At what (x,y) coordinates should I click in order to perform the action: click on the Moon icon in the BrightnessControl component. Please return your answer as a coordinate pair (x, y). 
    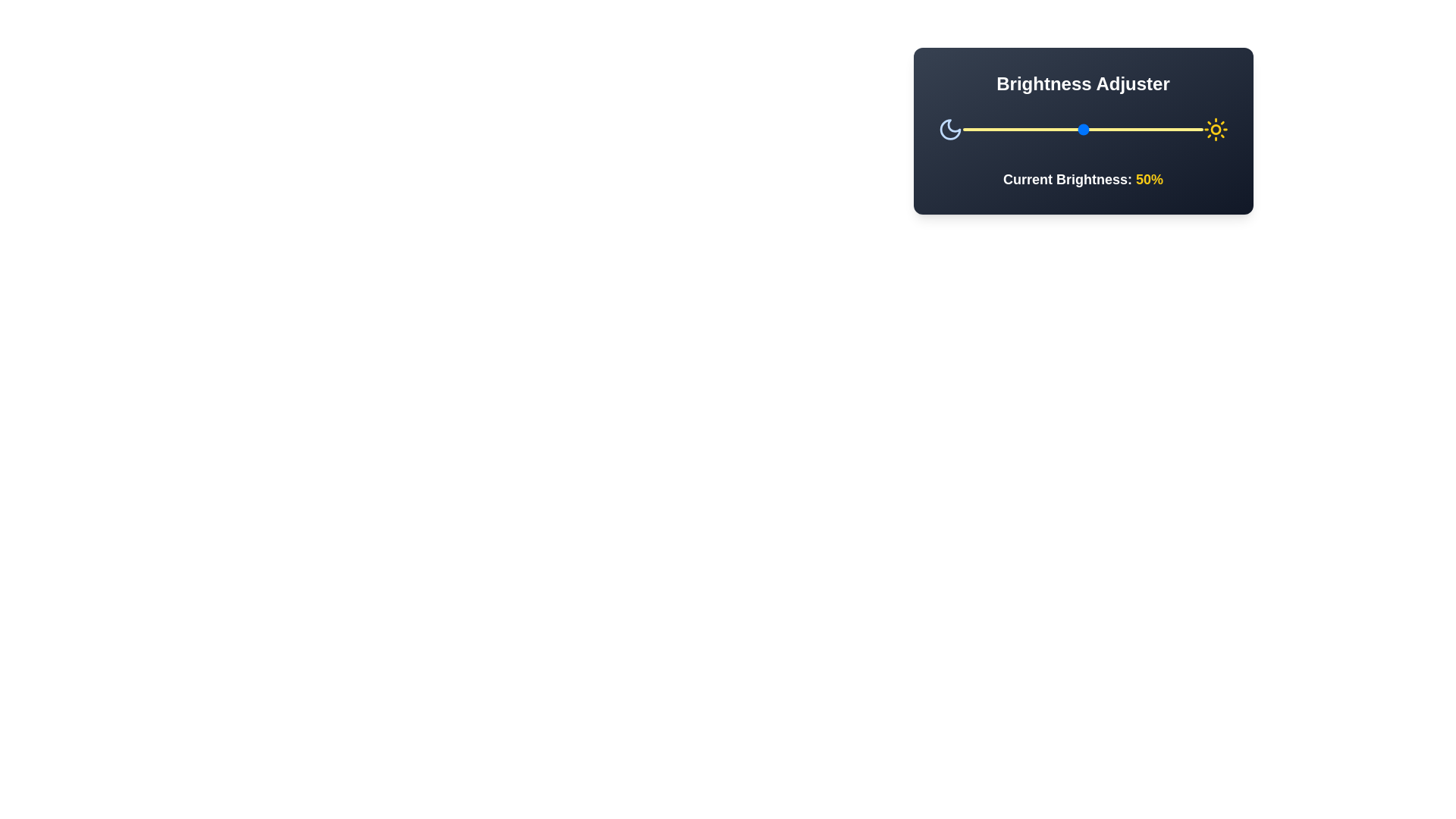
    Looking at the image, I should click on (949, 128).